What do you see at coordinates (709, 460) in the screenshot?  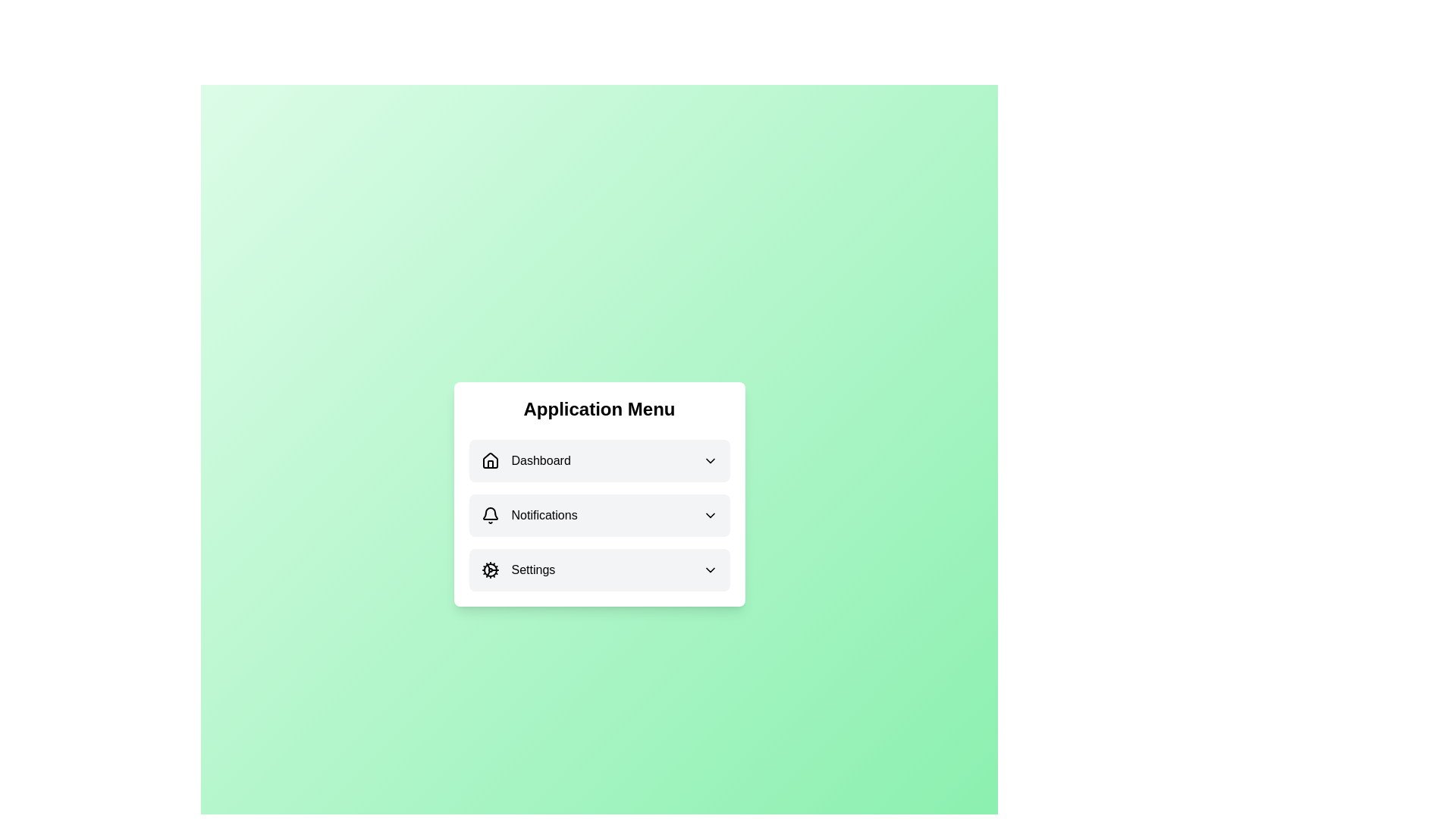 I see `the toggle icon on the far-right side of the 'Dashboard' menu` at bounding box center [709, 460].